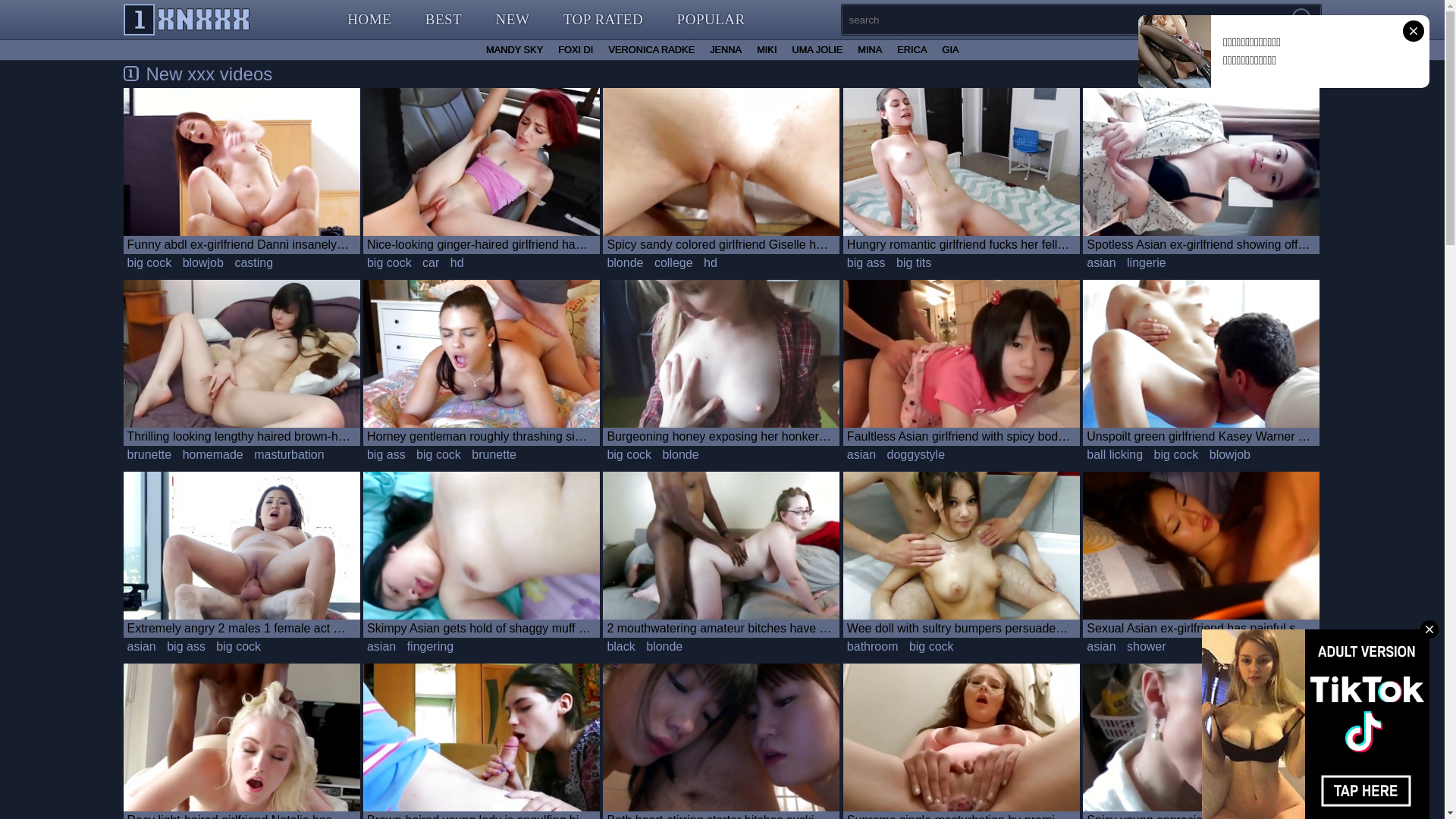  What do you see at coordinates (123, 262) in the screenshot?
I see `'big cock'` at bounding box center [123, 262].